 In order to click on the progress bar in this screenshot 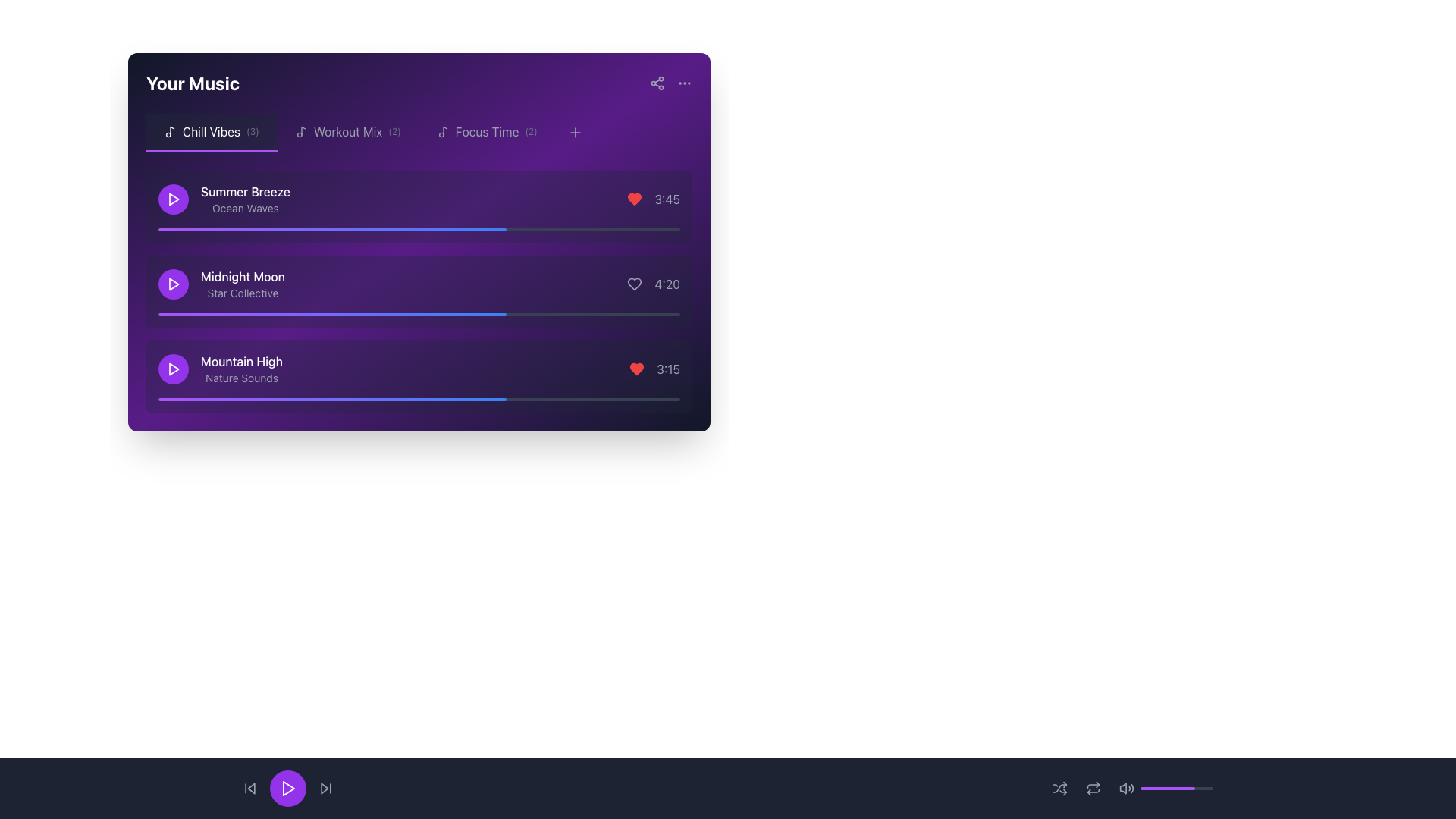, I will do `click(507, 314)`.